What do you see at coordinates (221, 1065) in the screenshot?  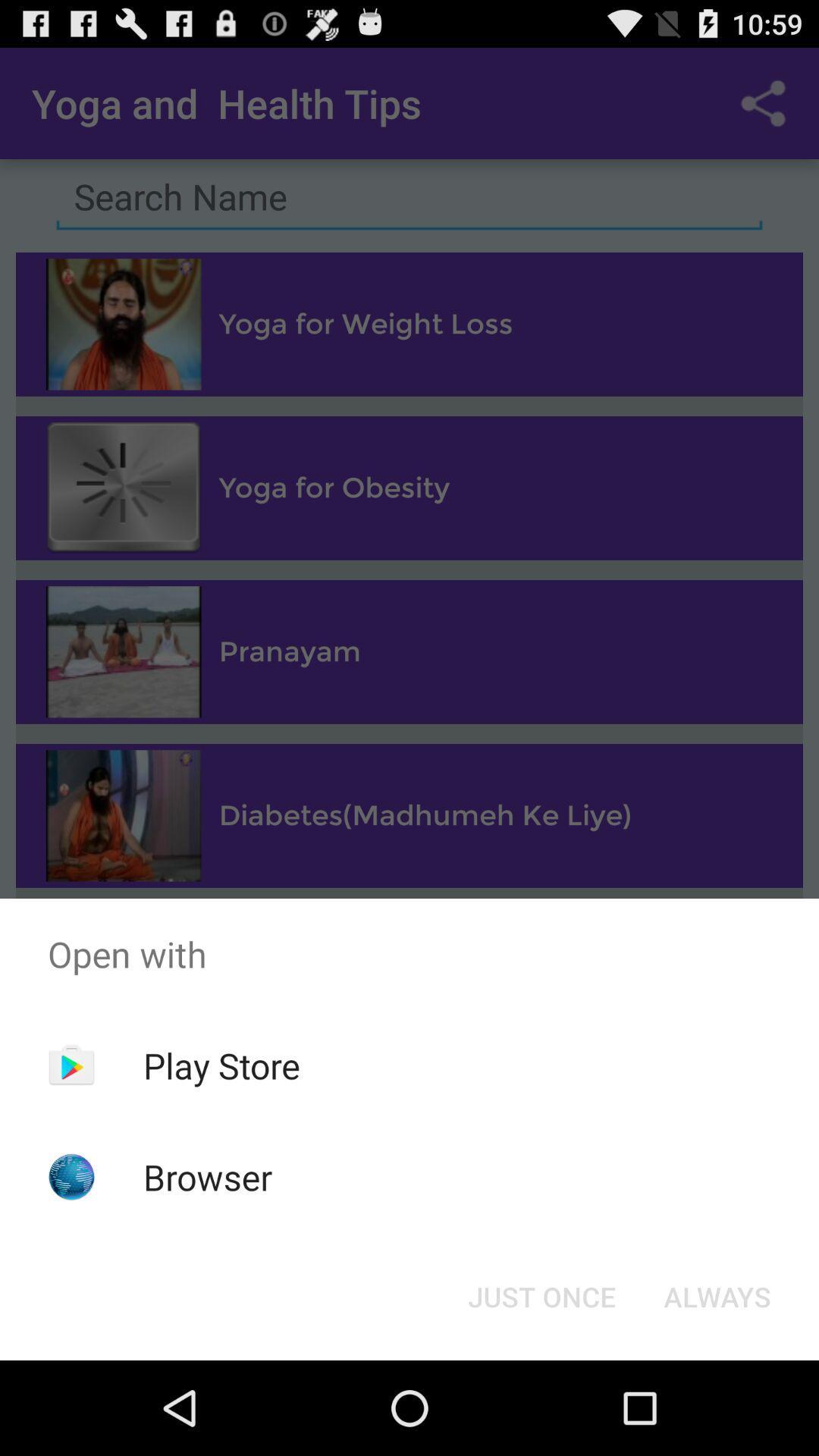 I see `play store app` at bounding box center [221, 1065].